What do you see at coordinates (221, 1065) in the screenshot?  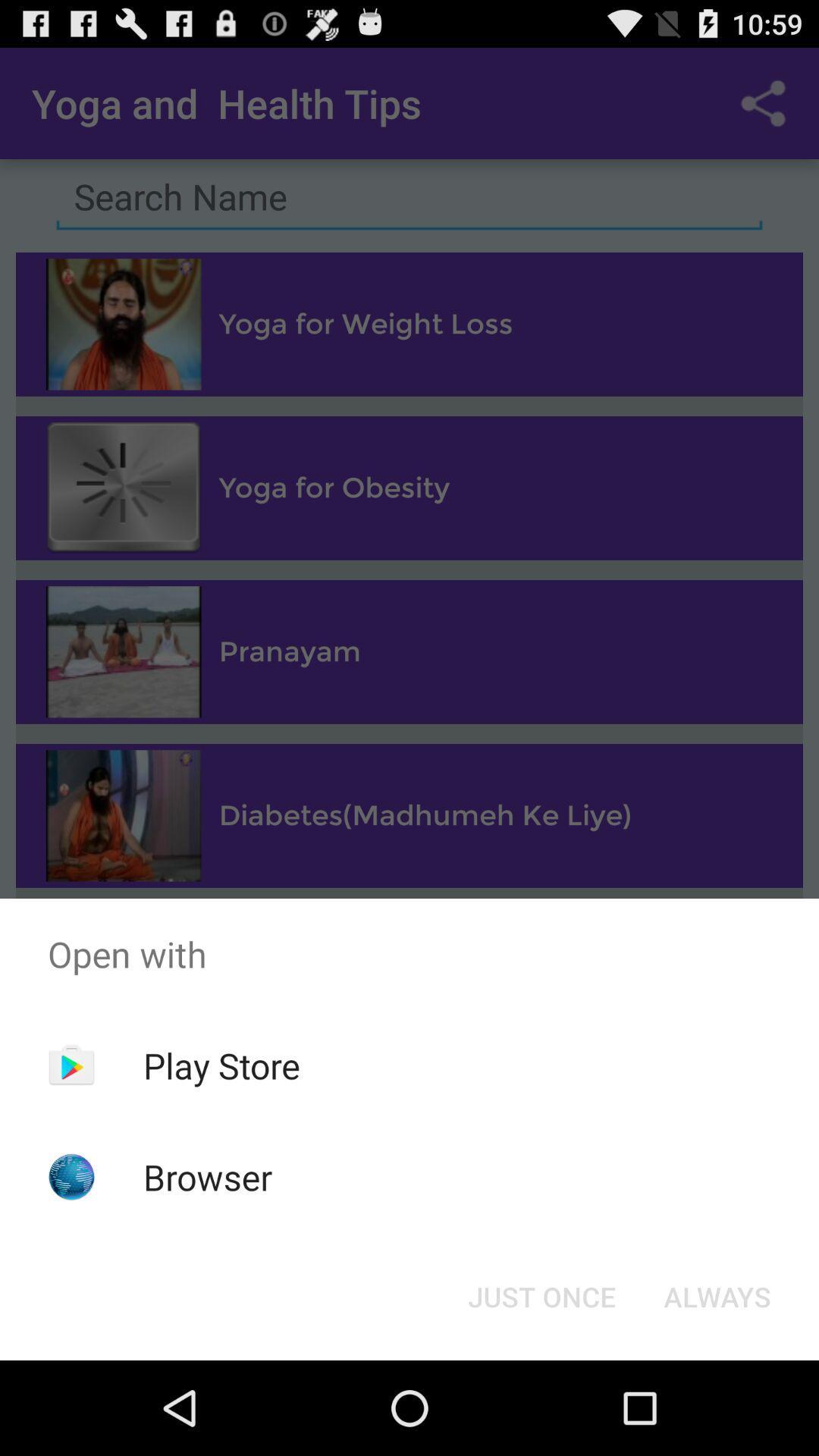 I see `play store app` at bounding box center [221, 1065].